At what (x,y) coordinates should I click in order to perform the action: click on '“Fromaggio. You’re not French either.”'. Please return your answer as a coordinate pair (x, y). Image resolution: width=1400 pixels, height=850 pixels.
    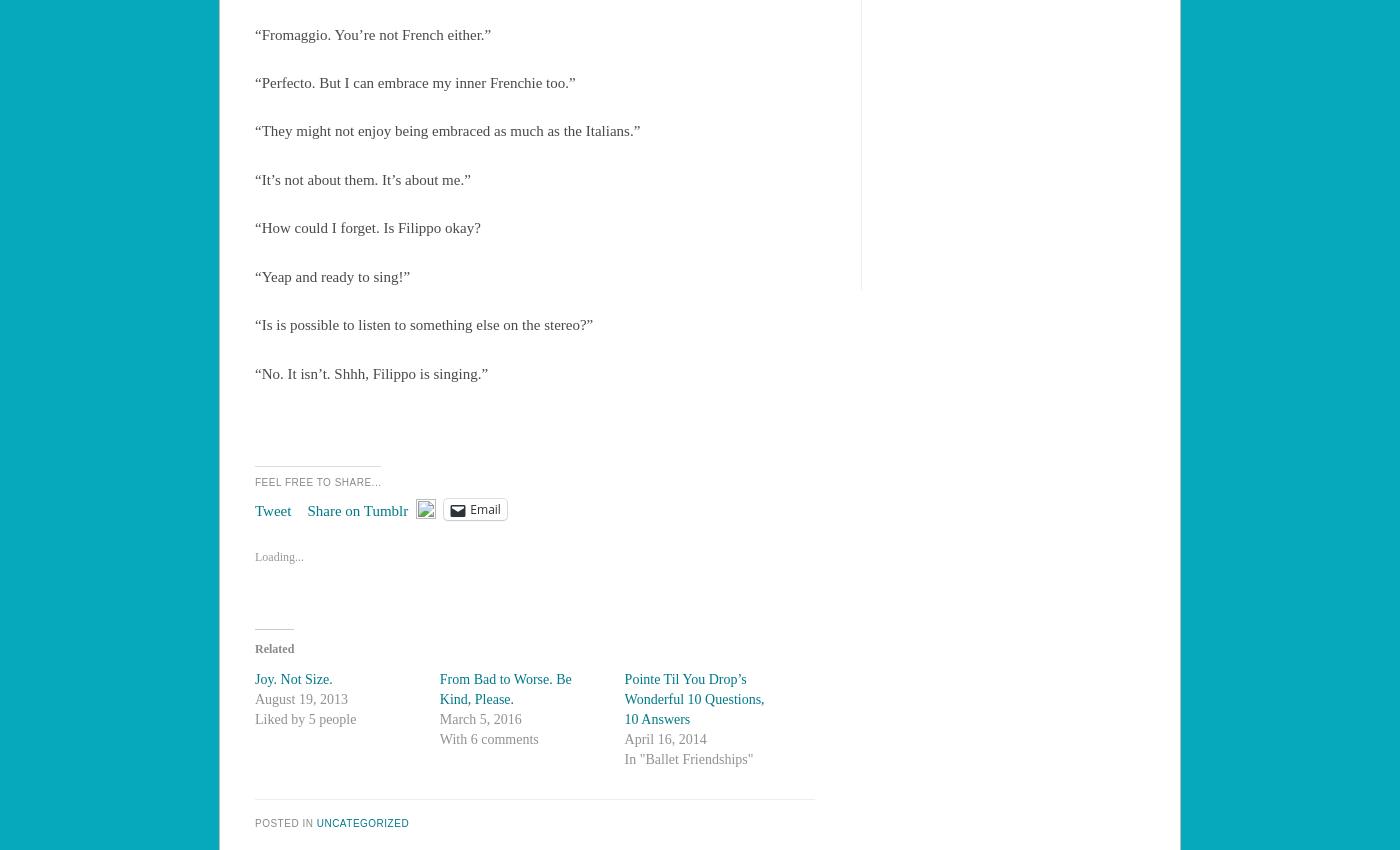
    Looking at the image, I should click on (254, 33).